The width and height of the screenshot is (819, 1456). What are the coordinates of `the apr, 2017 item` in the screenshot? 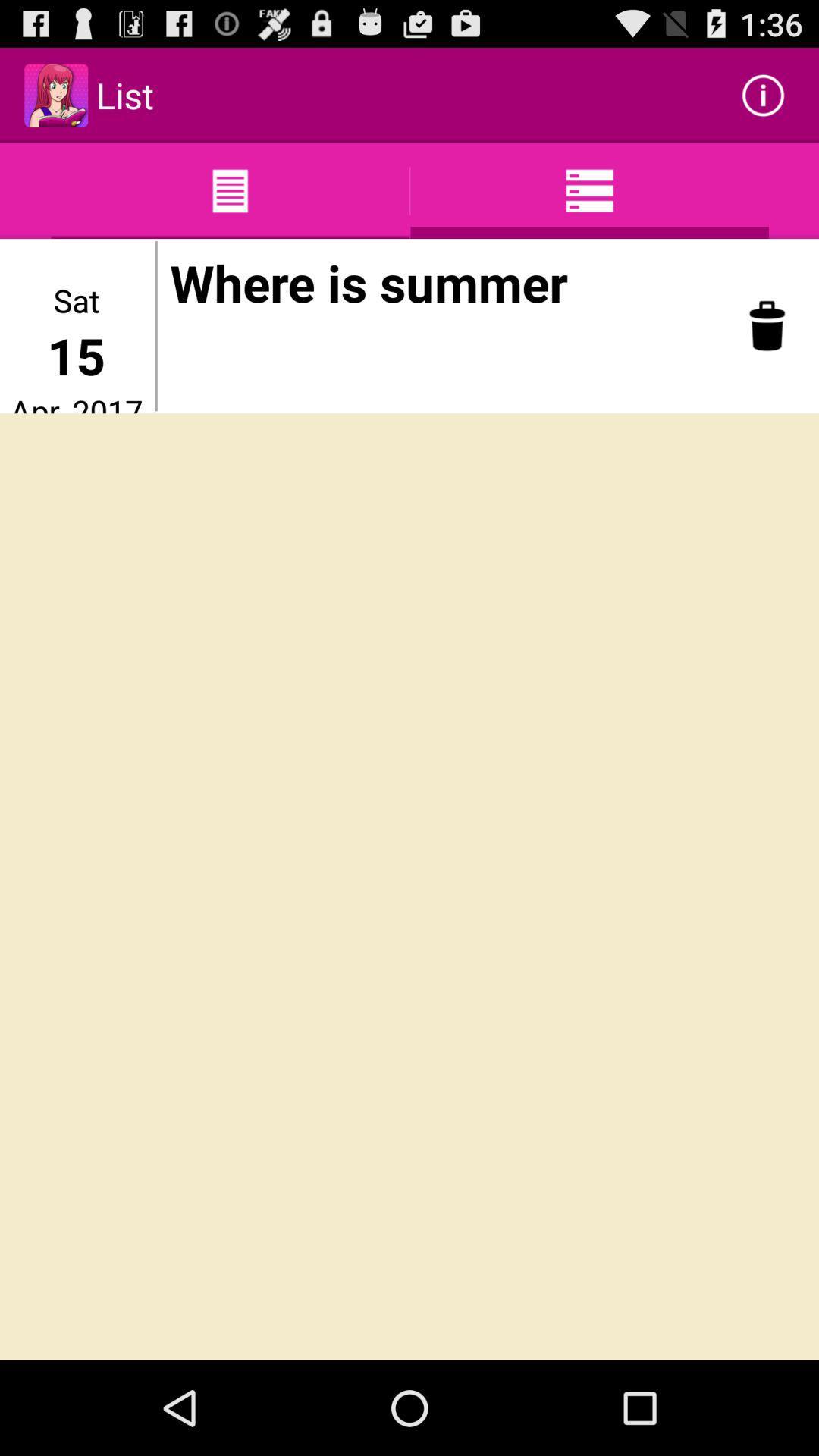 It's located at (76, 401).